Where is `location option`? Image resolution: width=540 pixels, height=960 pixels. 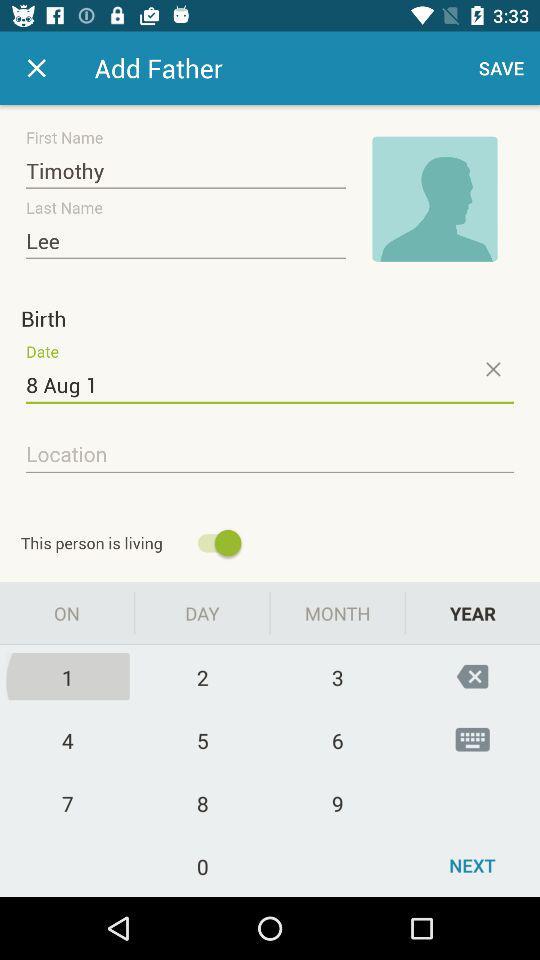 location option is located at coordinates (270, 455).